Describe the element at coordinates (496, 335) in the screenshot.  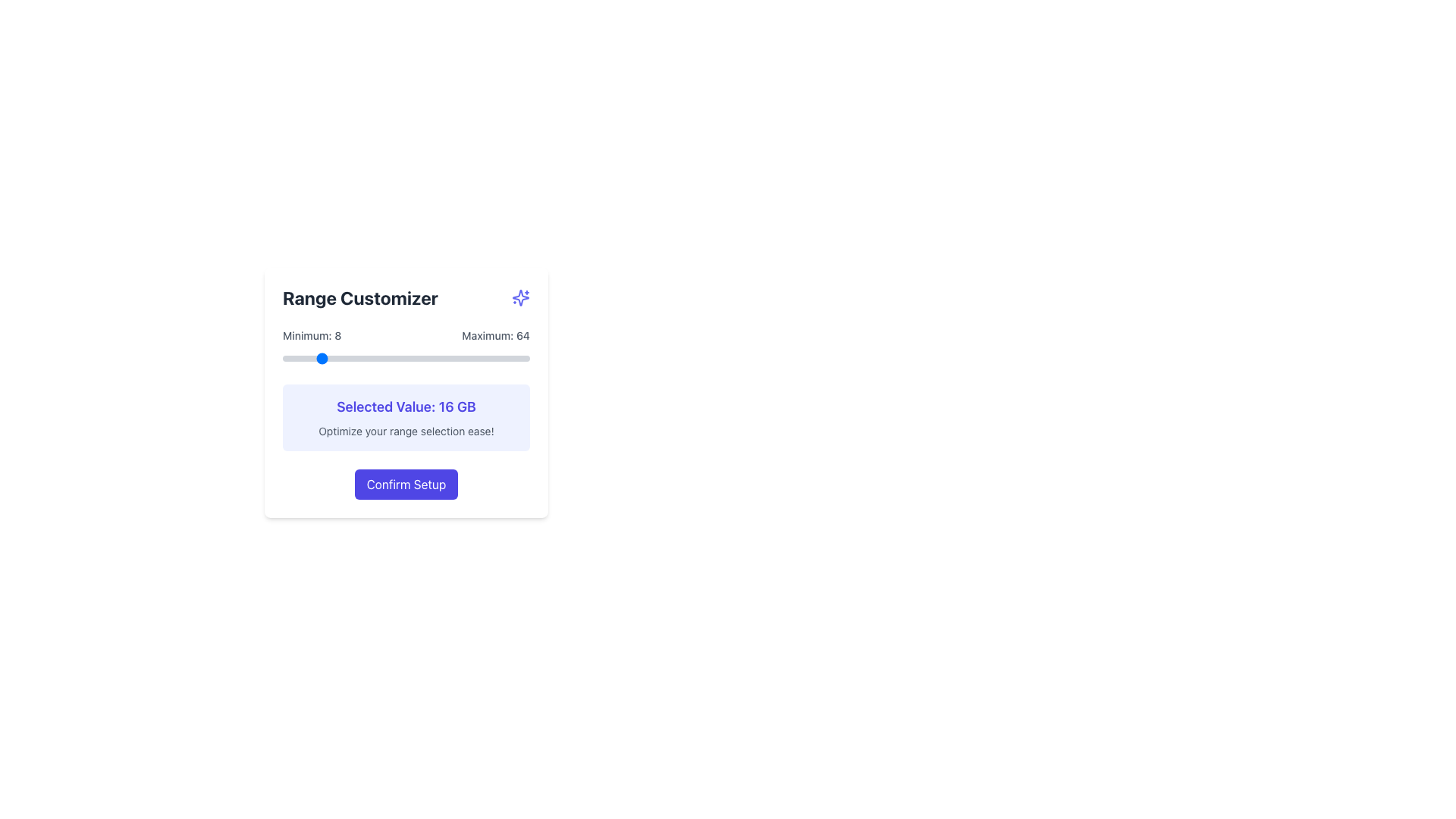
I see `the static text label indicating the upper limit of the range selector, positioned to the right of 'Minimum: 8'` at that location.